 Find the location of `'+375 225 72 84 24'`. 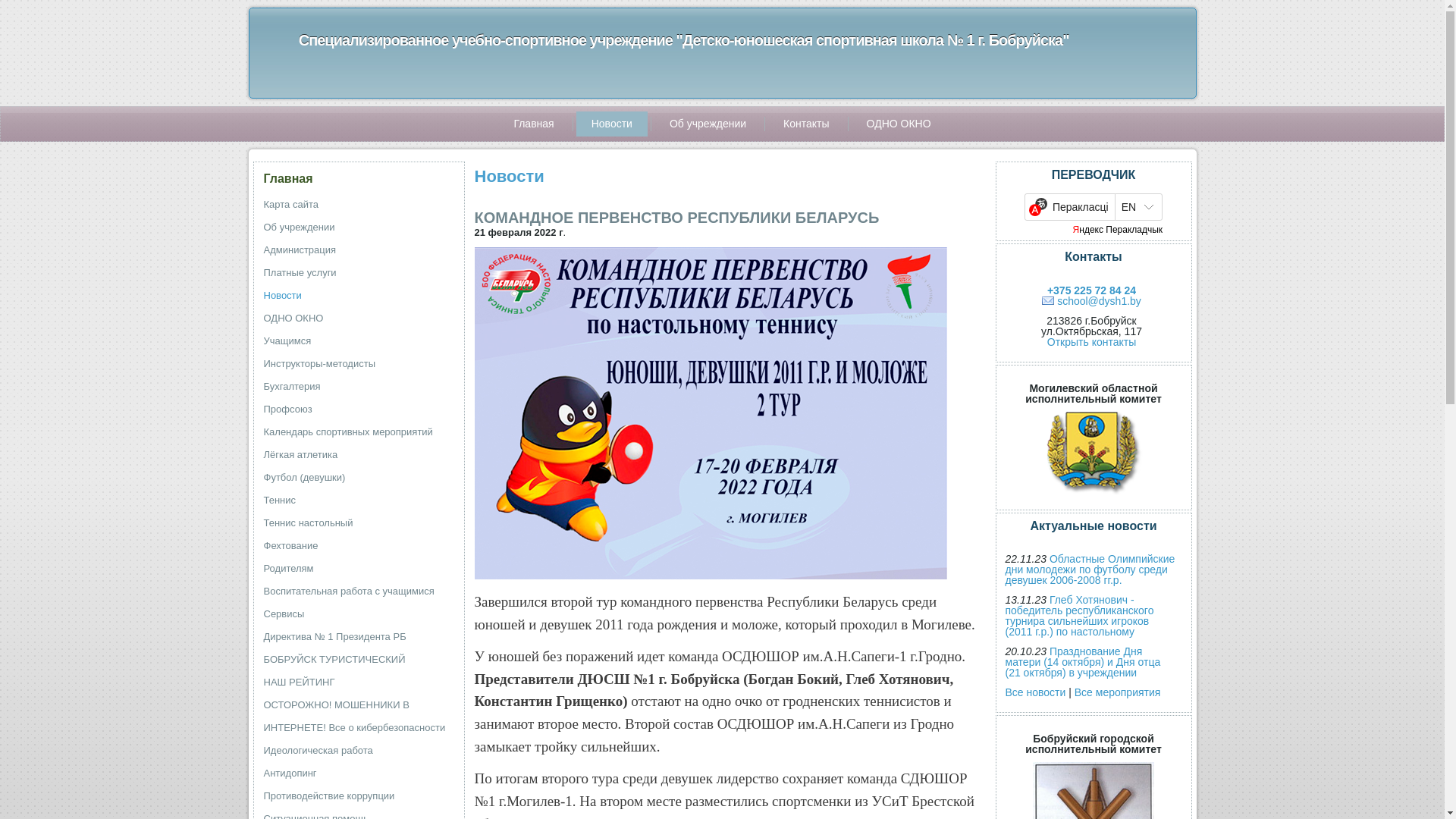

'+375 225 72 84 24' is located at coordinates (1090, 290).